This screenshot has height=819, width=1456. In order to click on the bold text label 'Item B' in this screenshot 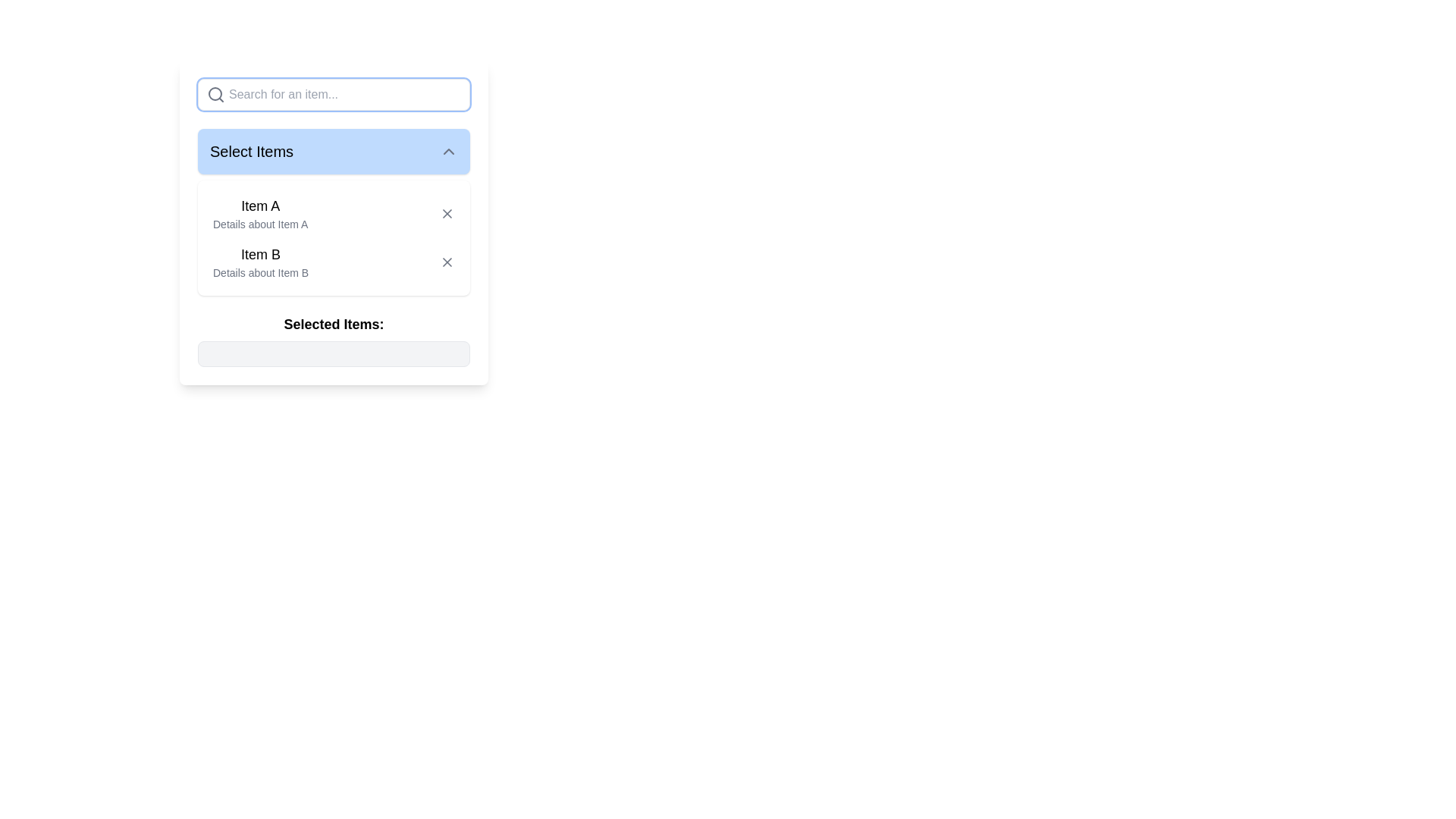, I will do `click(261, 253)`.